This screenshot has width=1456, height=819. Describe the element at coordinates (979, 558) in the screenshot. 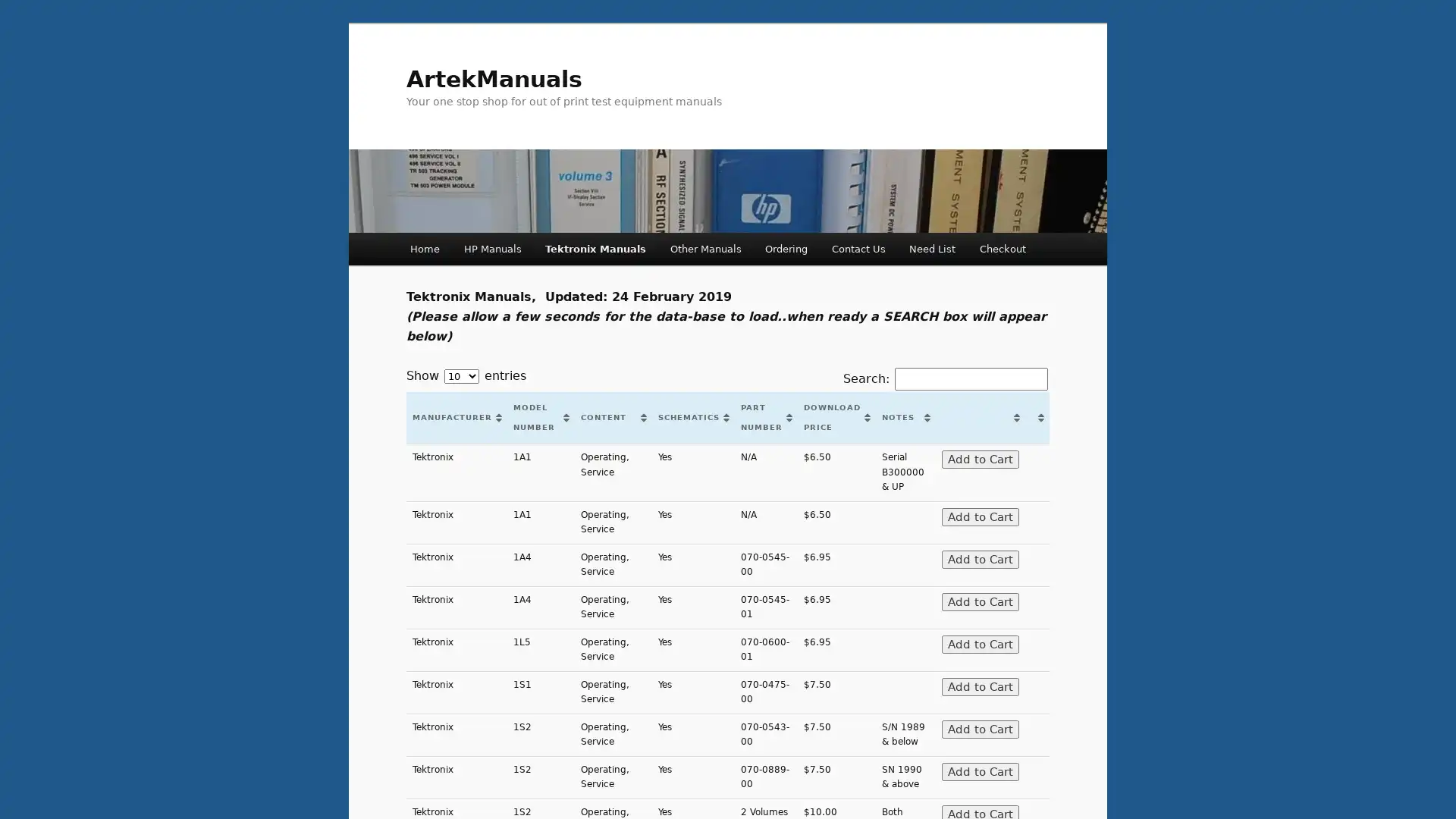

I see `Add to Cart` at that location.